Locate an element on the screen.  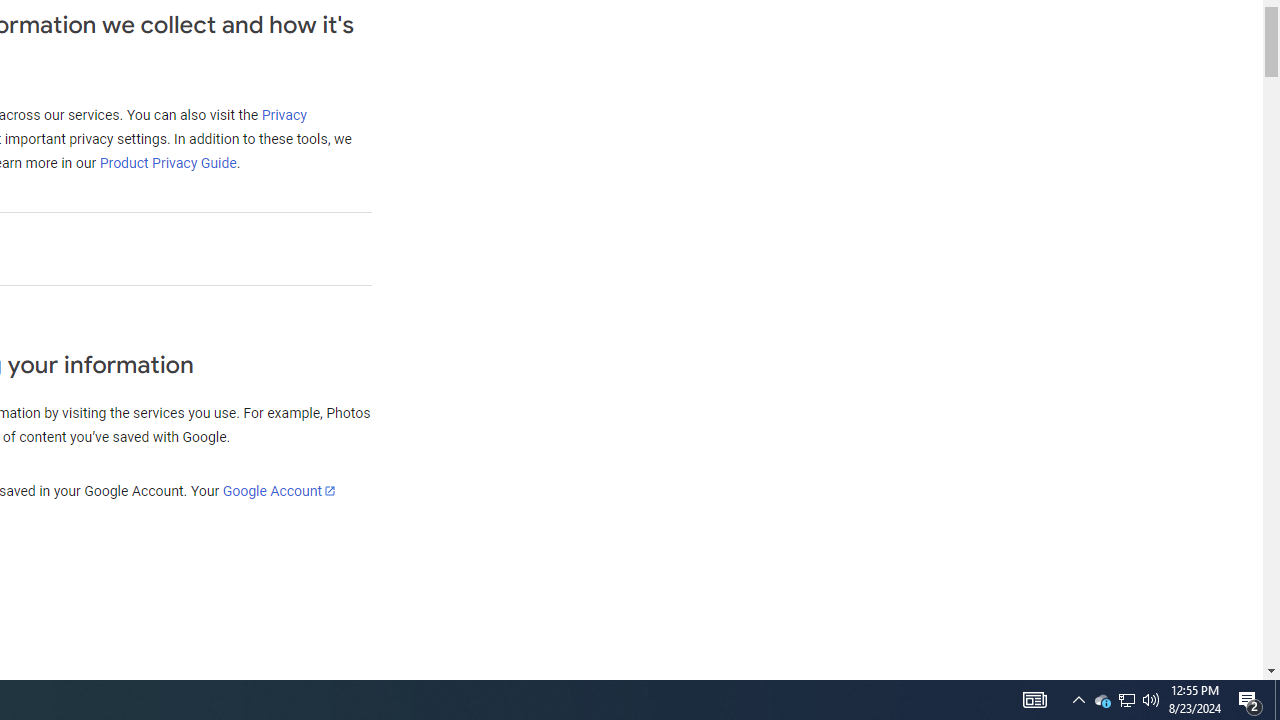
'Google Account' is located at coordinates (278, 490).